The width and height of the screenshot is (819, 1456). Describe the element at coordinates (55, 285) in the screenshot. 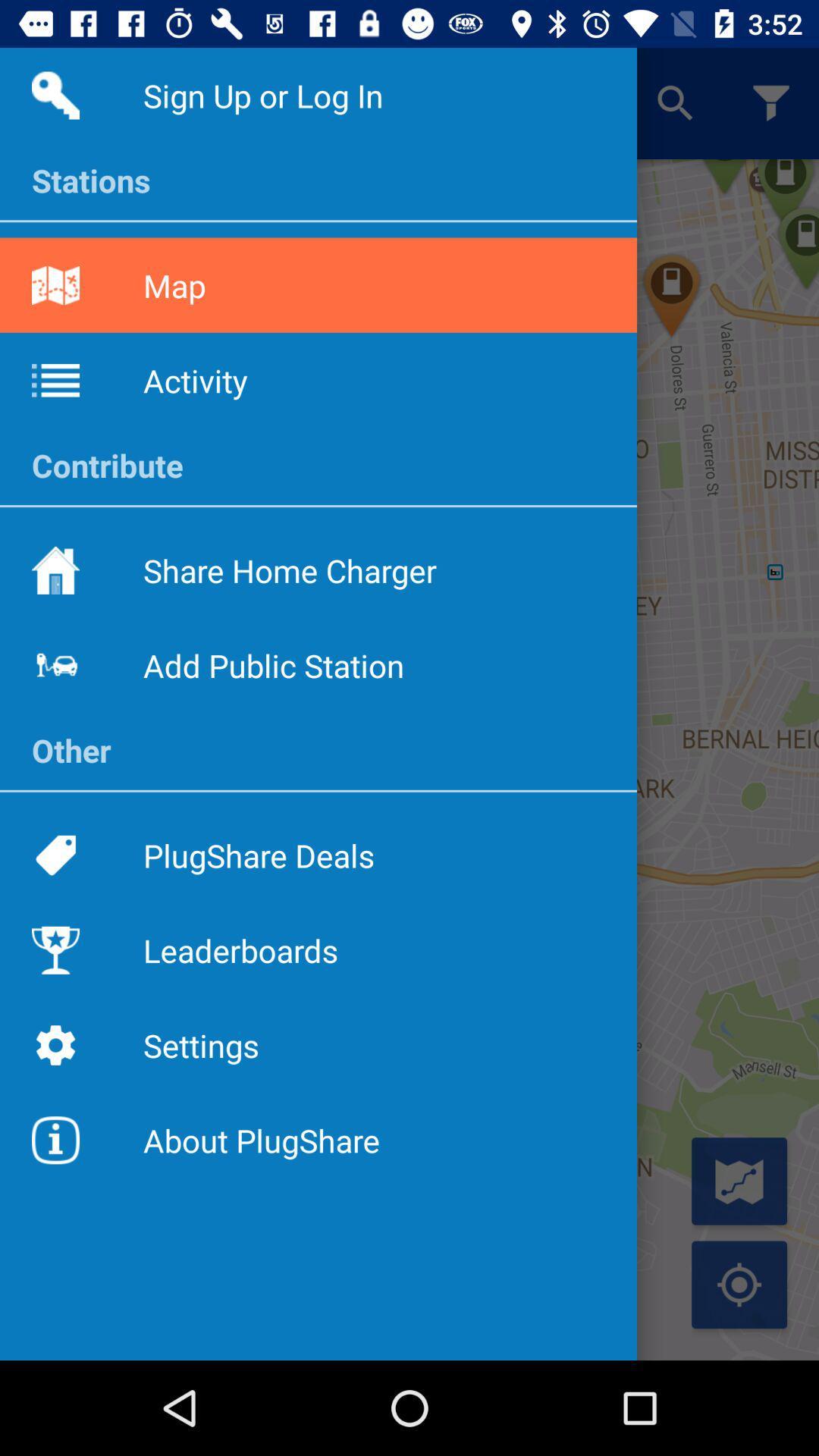

I see `the map icon` at that location.